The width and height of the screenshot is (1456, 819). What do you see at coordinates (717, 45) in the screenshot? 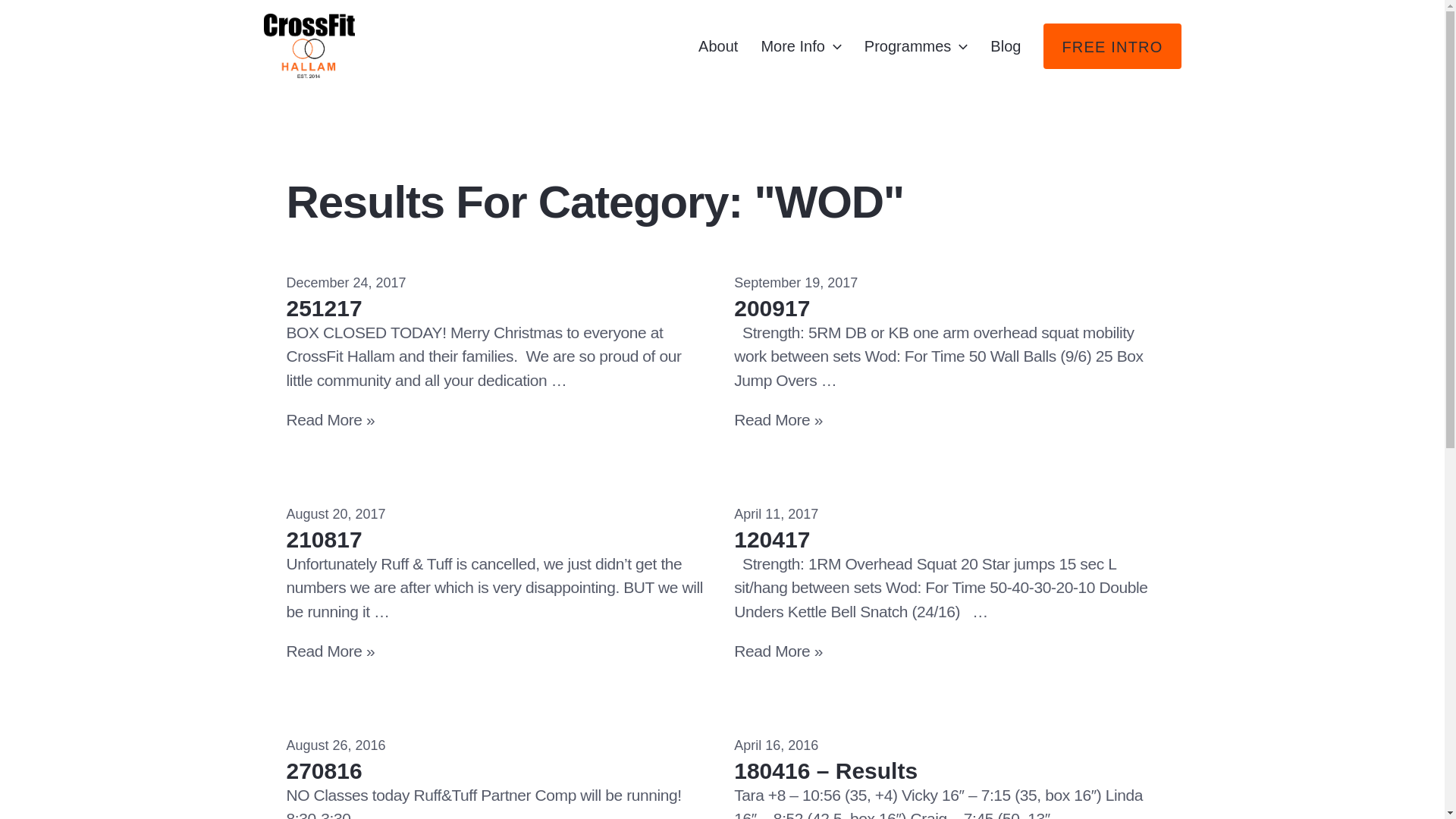
I see `'About'` at bounding box center [717, 45].